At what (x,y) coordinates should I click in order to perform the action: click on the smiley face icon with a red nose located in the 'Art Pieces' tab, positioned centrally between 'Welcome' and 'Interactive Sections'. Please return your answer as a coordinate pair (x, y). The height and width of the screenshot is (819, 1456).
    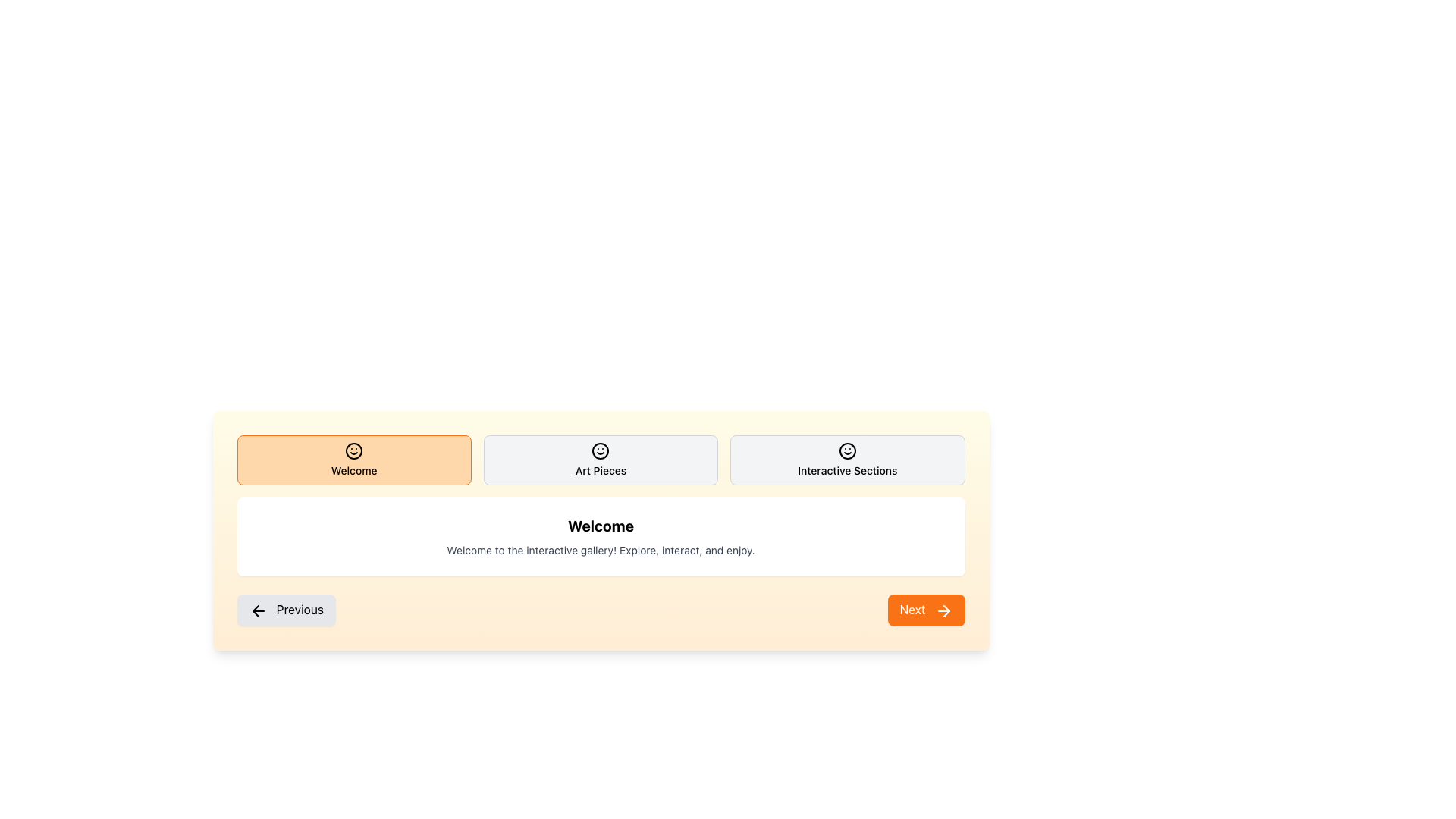
    Looking at the image, I should click on (600, 450).